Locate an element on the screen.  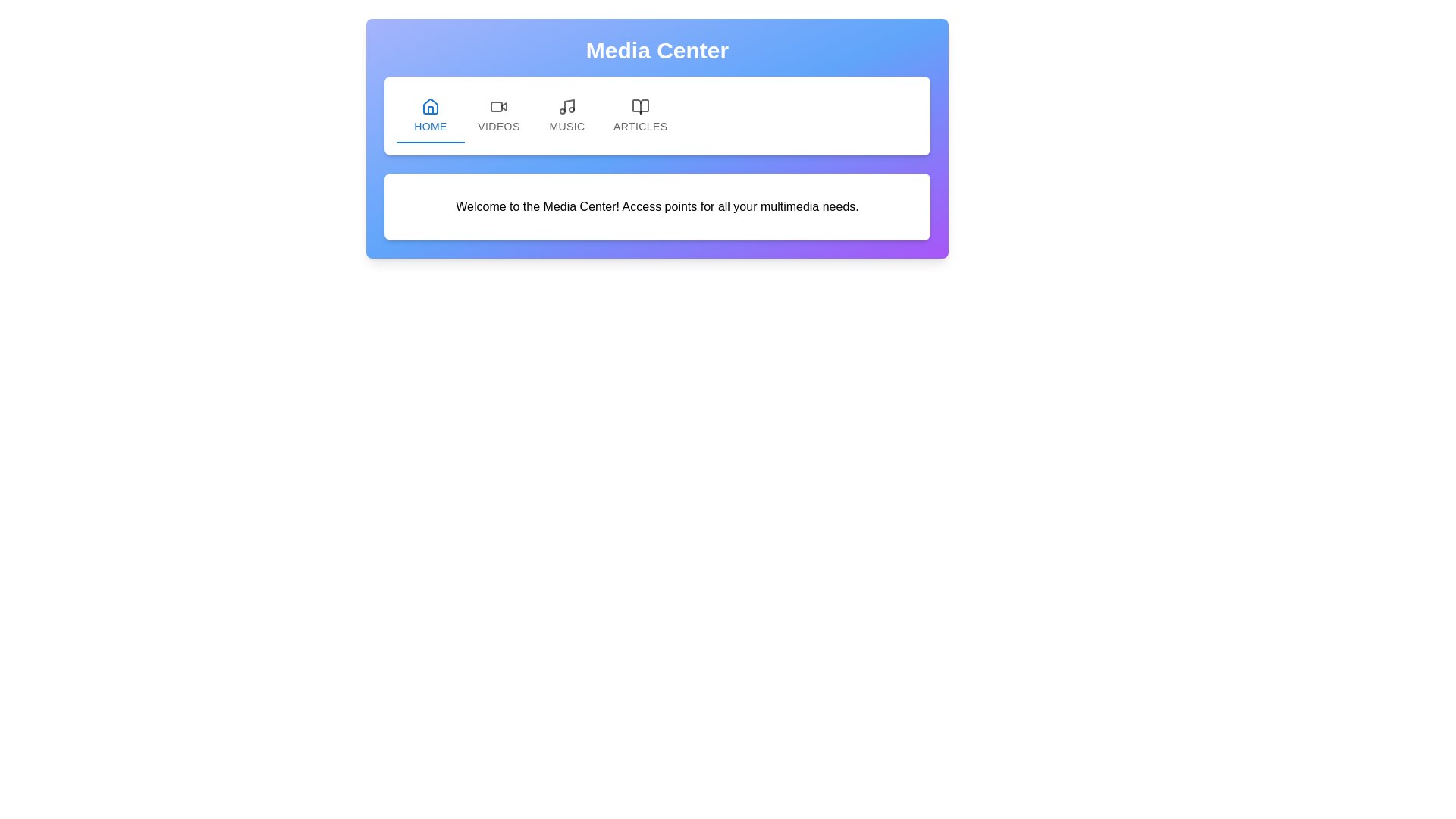
the visual indicator representing the currently active 'Home' tab in the navigation bar is located at coordinates (429, 143).